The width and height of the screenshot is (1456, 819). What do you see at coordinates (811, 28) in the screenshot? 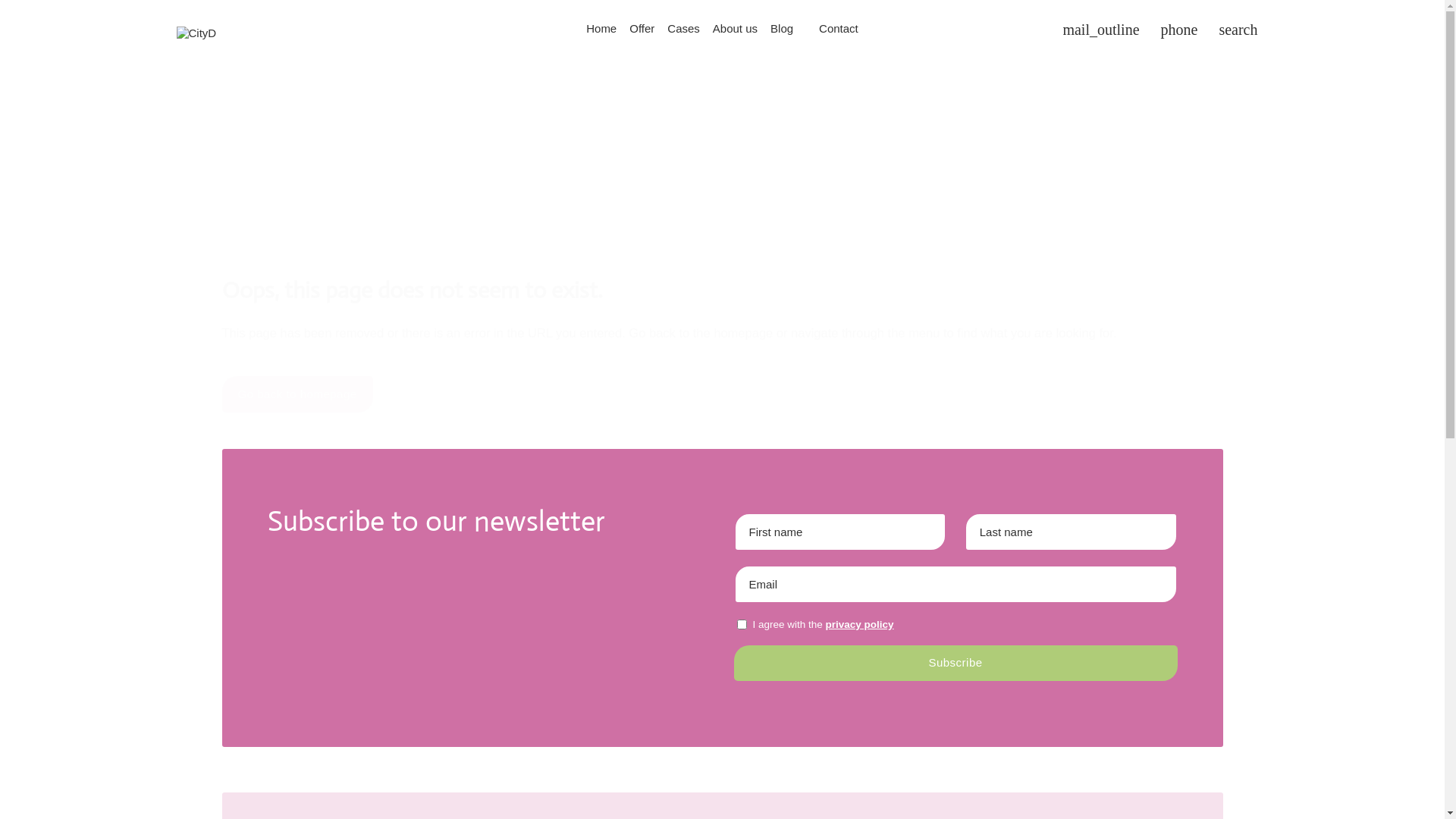
I see `'Contact'` at bounding box center [811, 28].